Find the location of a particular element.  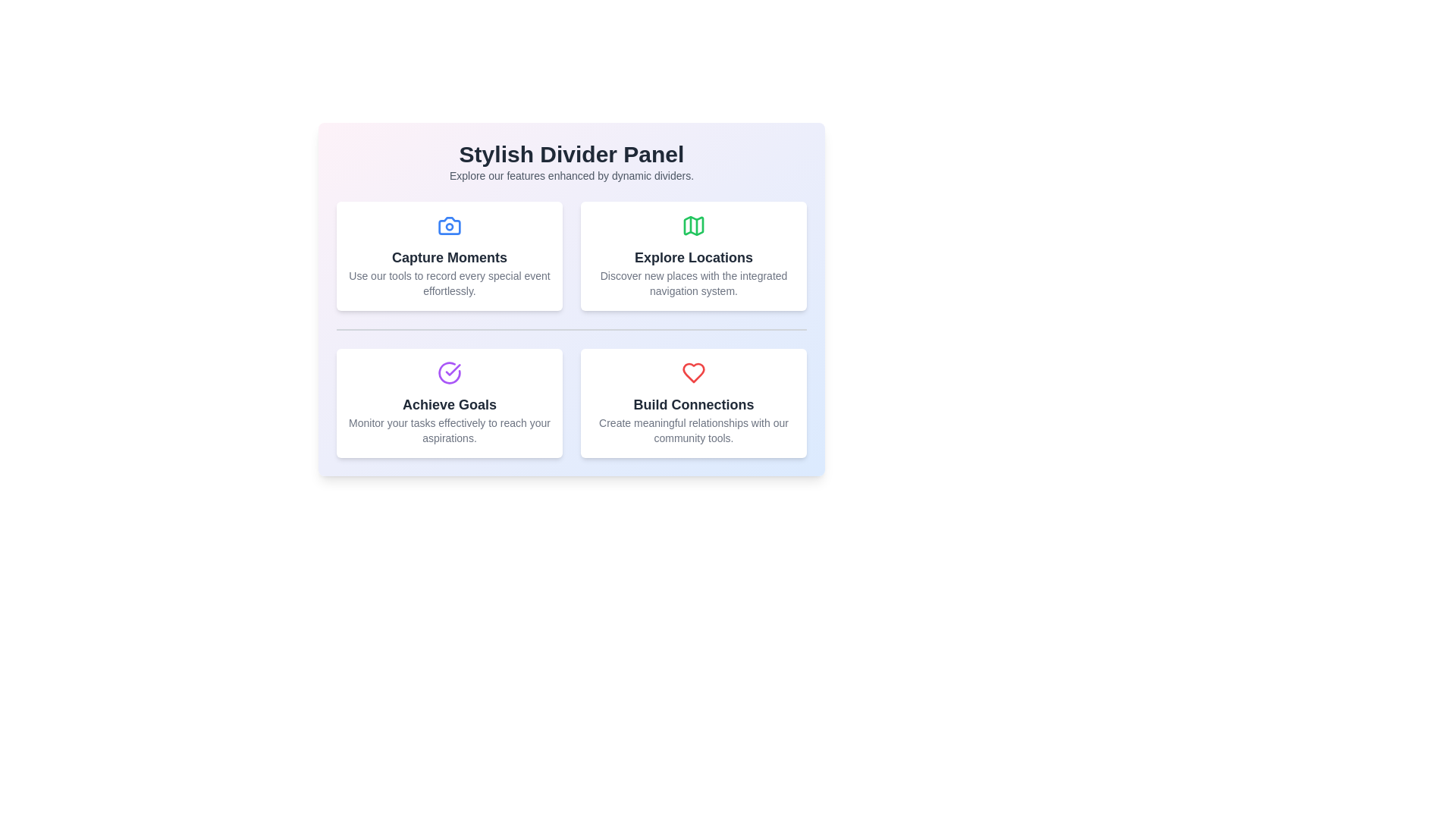

text on the promotional card located in the bottom-right corner of the 2x2 grid layout, positioned to the right of the 'Achieve Goals' card and below the 'Explore Locations' card is located at coordinates (693, 403).